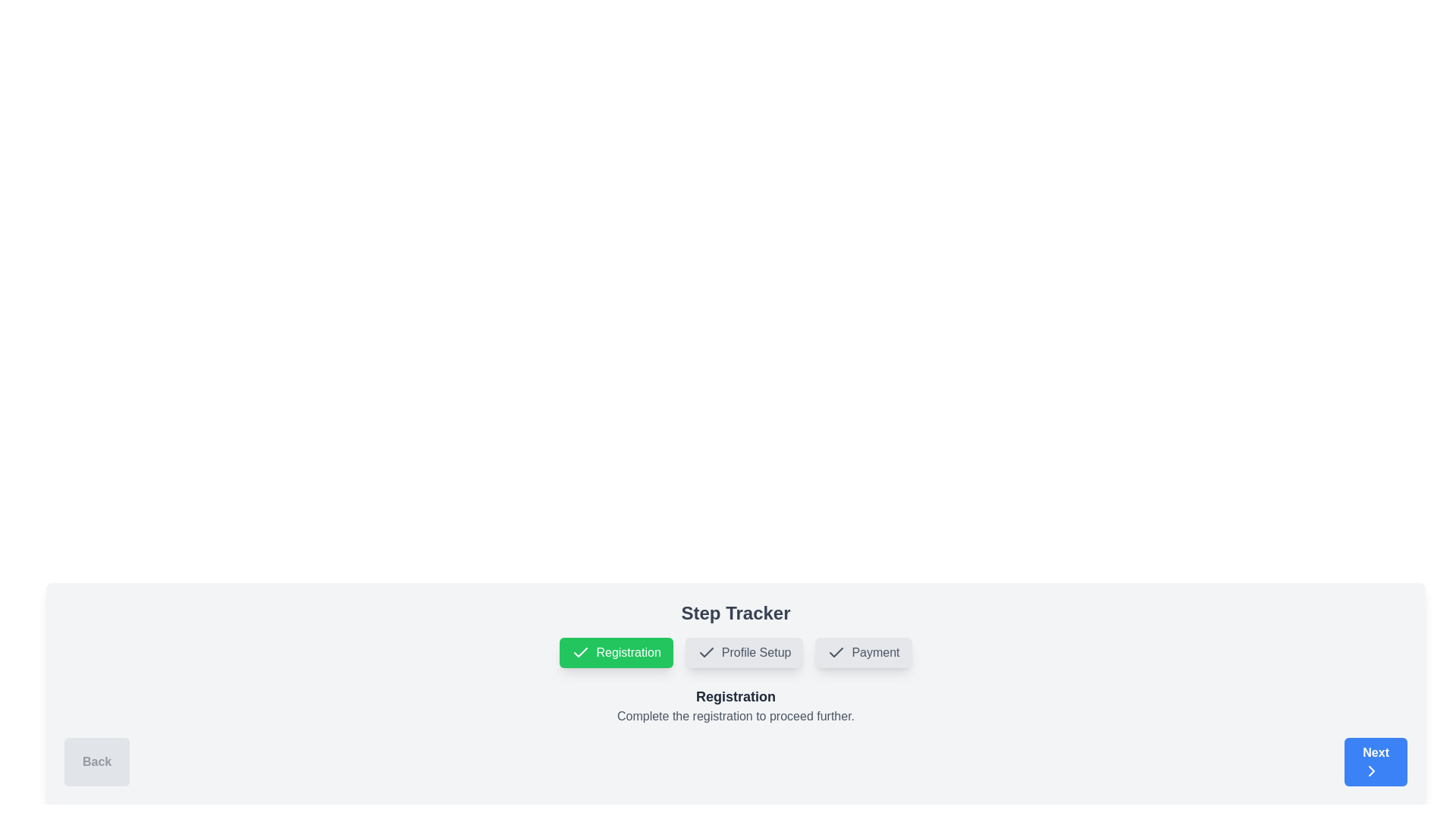 The width and height of the screenshot is (1456, 819). Describe the element at coordinates (580, 651) in the screenshot. I see `the checkmark icon within the 'Registration' step of the step tracker, which is styled as a part of an active green button` at that location.